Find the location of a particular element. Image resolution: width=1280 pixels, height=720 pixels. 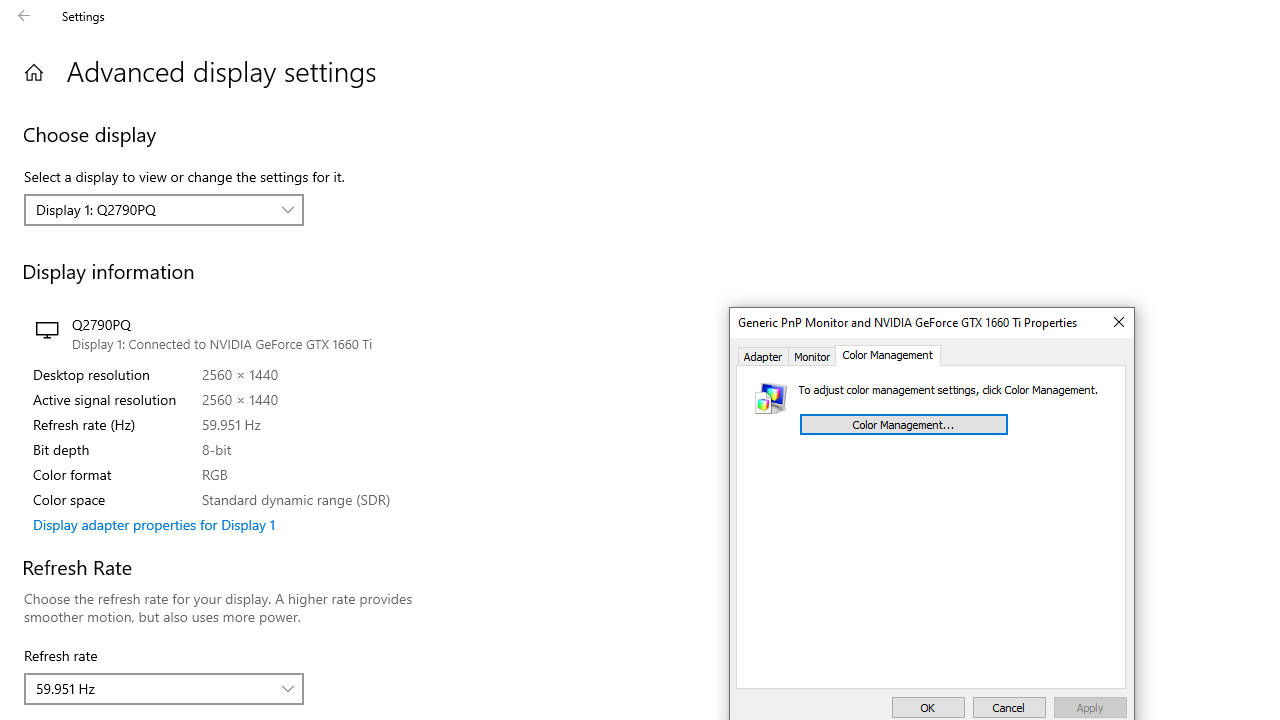

'Adapter' is located at coordinates (762, 355).